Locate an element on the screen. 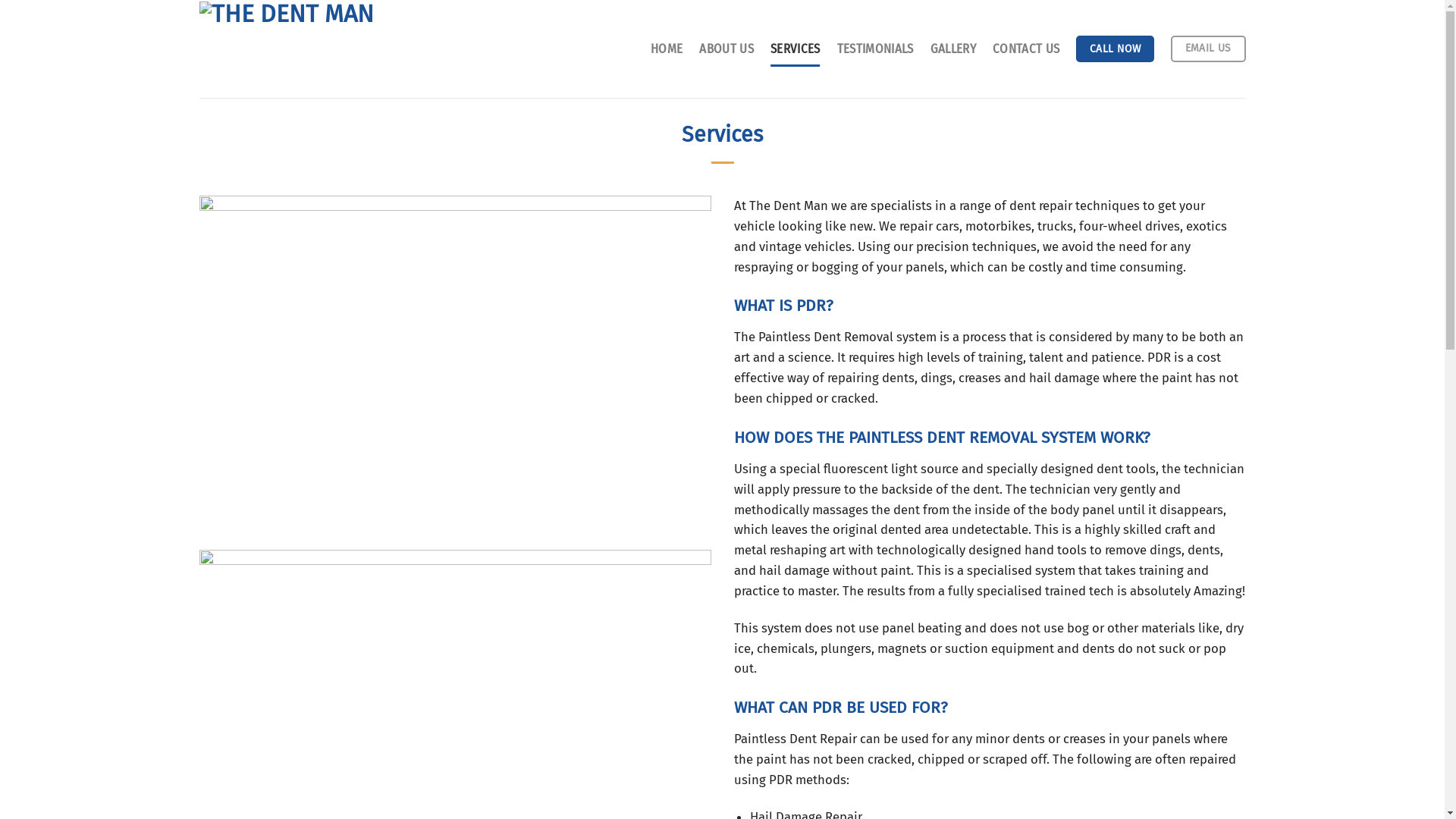 Image resolution: width=1456 pixels, height=819 pixels. 'SERVICES' is located at coordinates (795, 48).